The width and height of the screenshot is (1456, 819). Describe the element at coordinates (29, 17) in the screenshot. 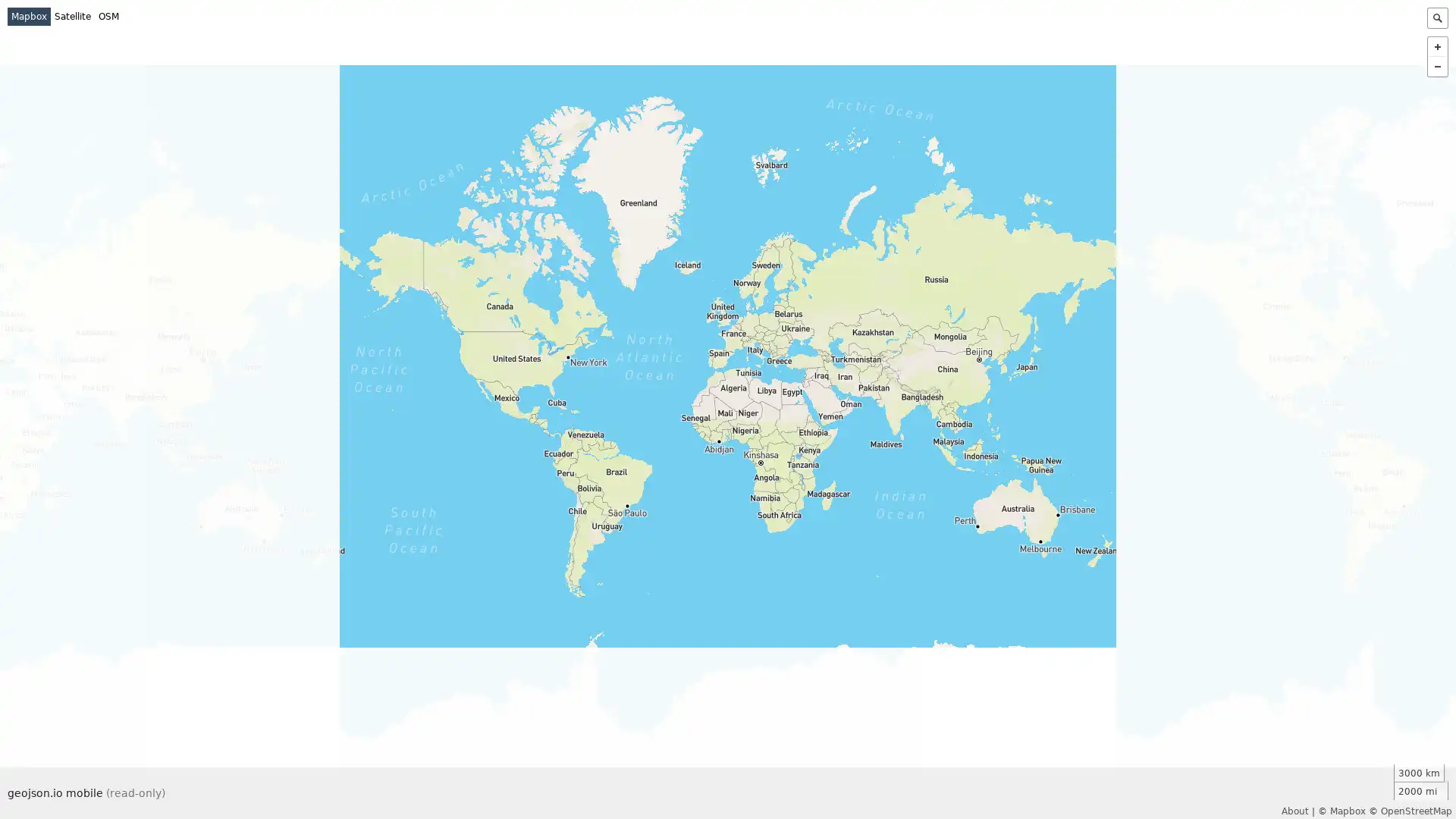

I see `Mapbox` at that location.